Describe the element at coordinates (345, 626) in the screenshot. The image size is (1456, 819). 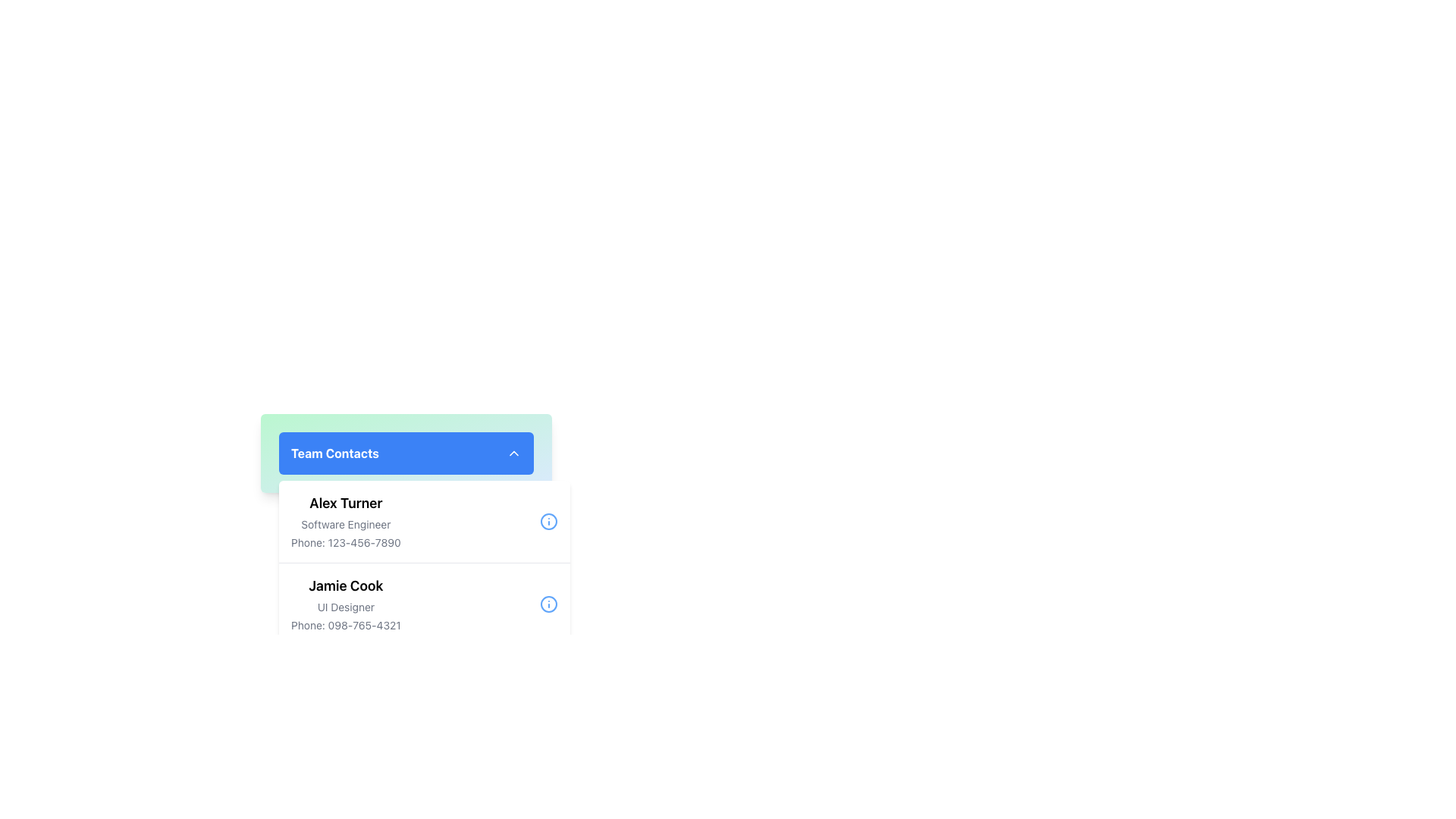
I see `the static text display showing the phone number 'Phone: 098-765-4321', which is part of the contact information for 'Jamie Cook'` at that location.